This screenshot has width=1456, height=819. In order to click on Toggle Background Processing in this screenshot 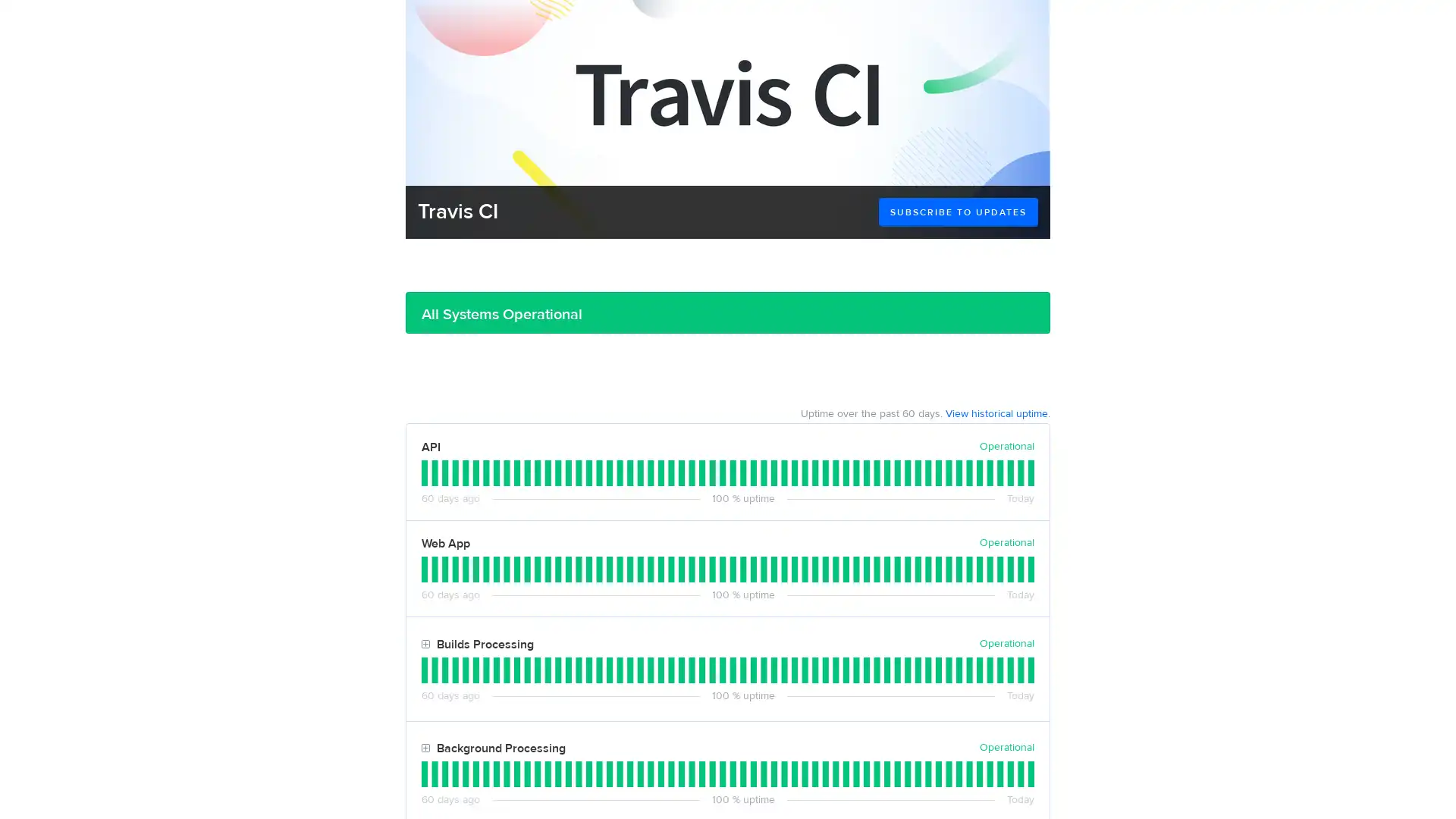, I will do `click(425, 748)`.